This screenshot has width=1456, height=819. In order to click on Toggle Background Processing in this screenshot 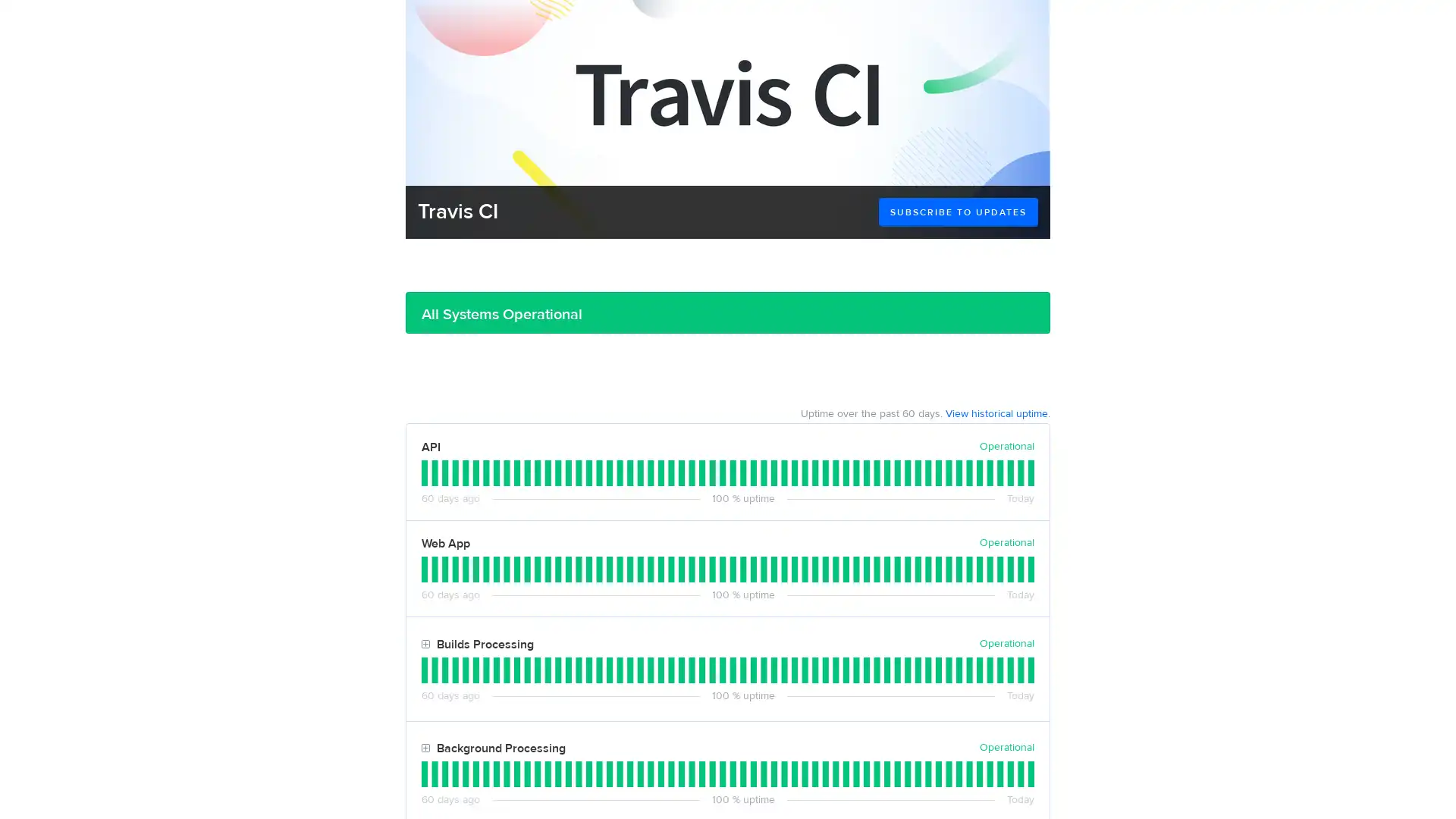, I will do `click(425, 748)`.